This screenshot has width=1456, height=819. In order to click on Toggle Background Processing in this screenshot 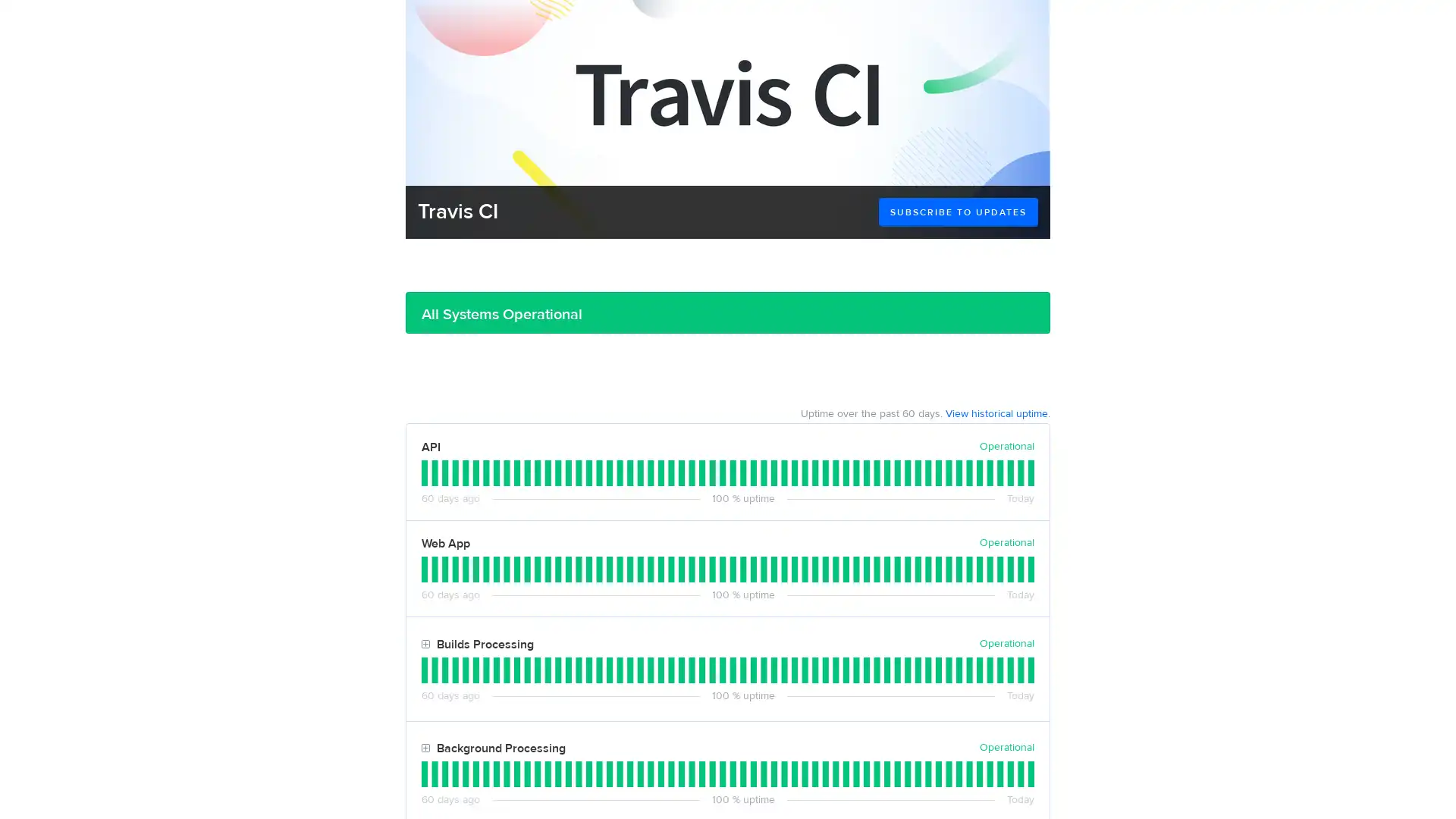, I will do `click(425, 748)`.